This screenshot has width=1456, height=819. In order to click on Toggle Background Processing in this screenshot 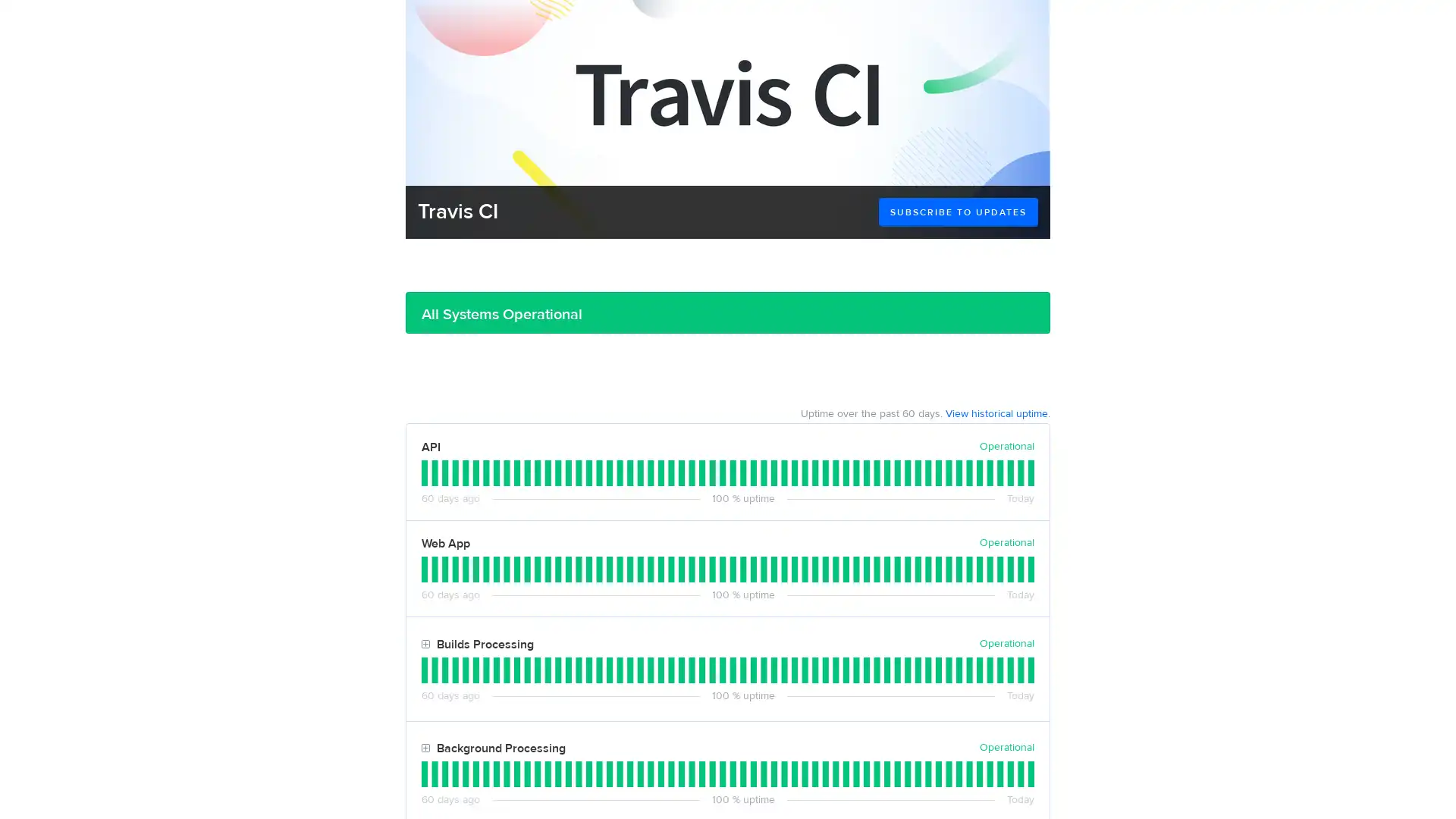, I will do `click(425, 748)`.